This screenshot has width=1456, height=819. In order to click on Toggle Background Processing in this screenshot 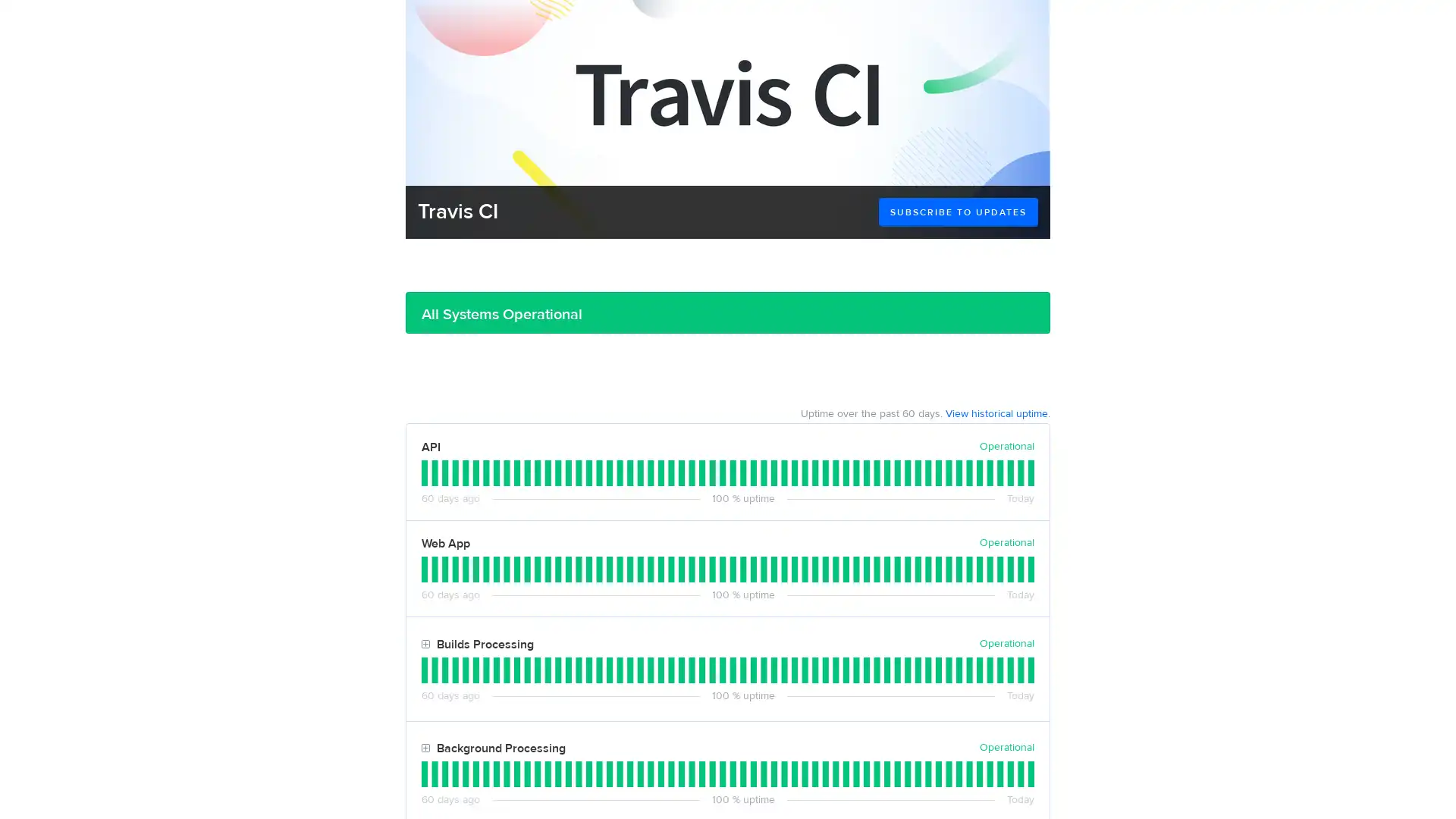, I will do `click(425, 748)`.